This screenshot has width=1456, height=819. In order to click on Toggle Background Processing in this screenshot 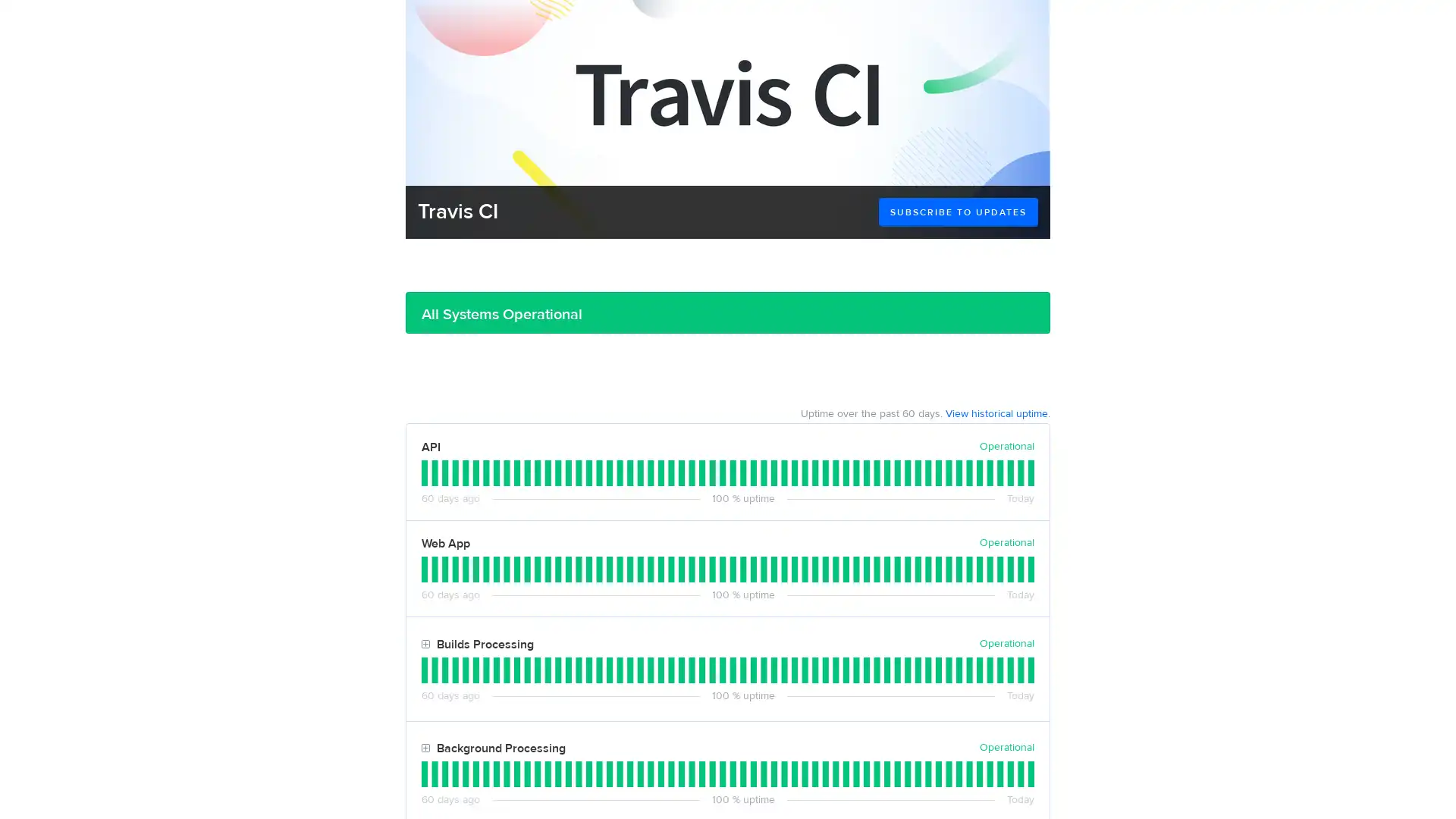, I will do `click(425, 748)`.